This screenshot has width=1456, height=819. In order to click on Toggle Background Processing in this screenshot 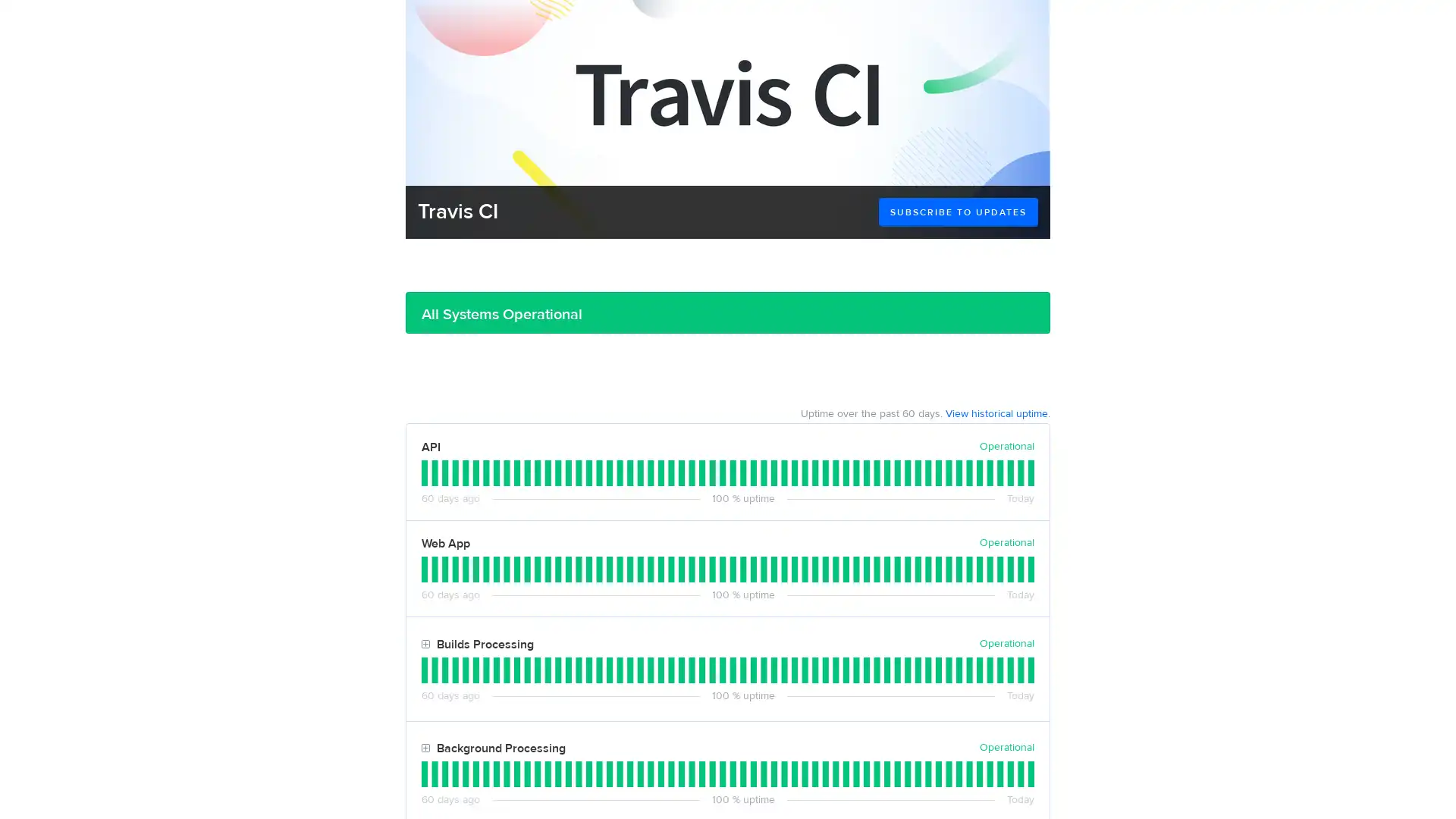, I will do `click(425, 748)`.